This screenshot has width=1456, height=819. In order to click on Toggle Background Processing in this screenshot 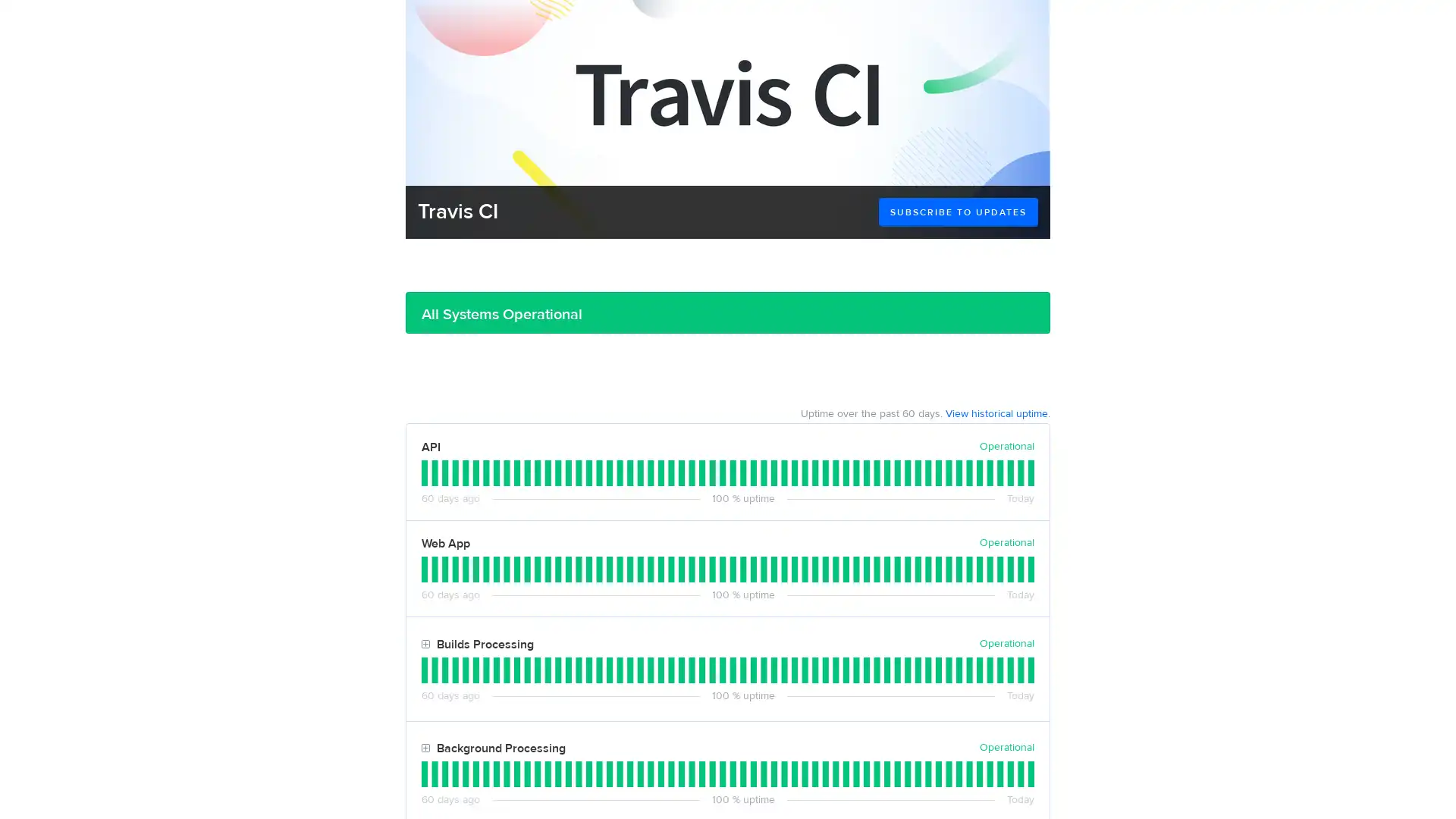, I will do `click(425, 748)`.